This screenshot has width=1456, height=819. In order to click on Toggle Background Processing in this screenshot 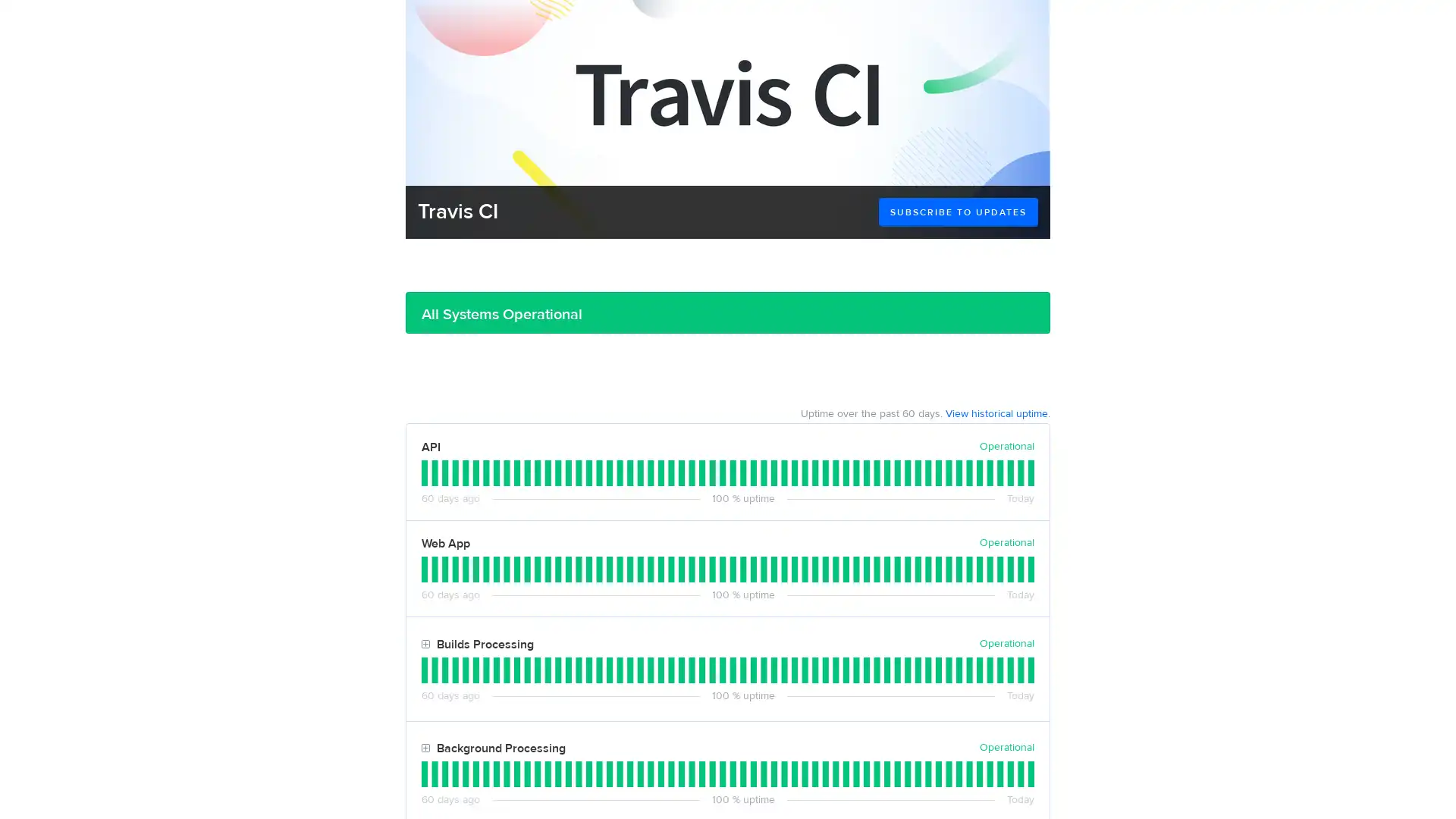, I will do `click(425, 748)`.